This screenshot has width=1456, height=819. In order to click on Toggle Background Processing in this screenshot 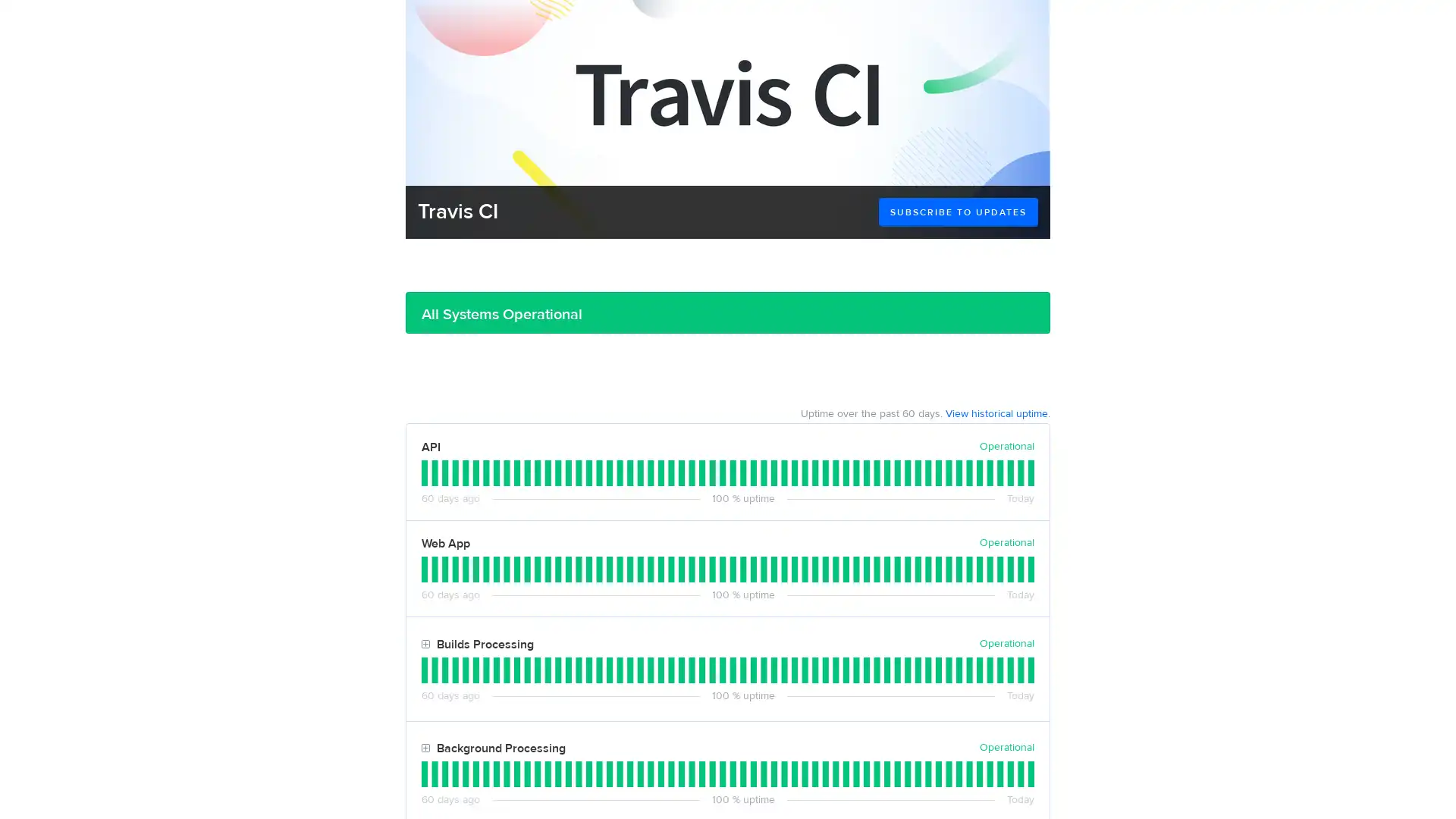, I will do `click(425, 748)`.